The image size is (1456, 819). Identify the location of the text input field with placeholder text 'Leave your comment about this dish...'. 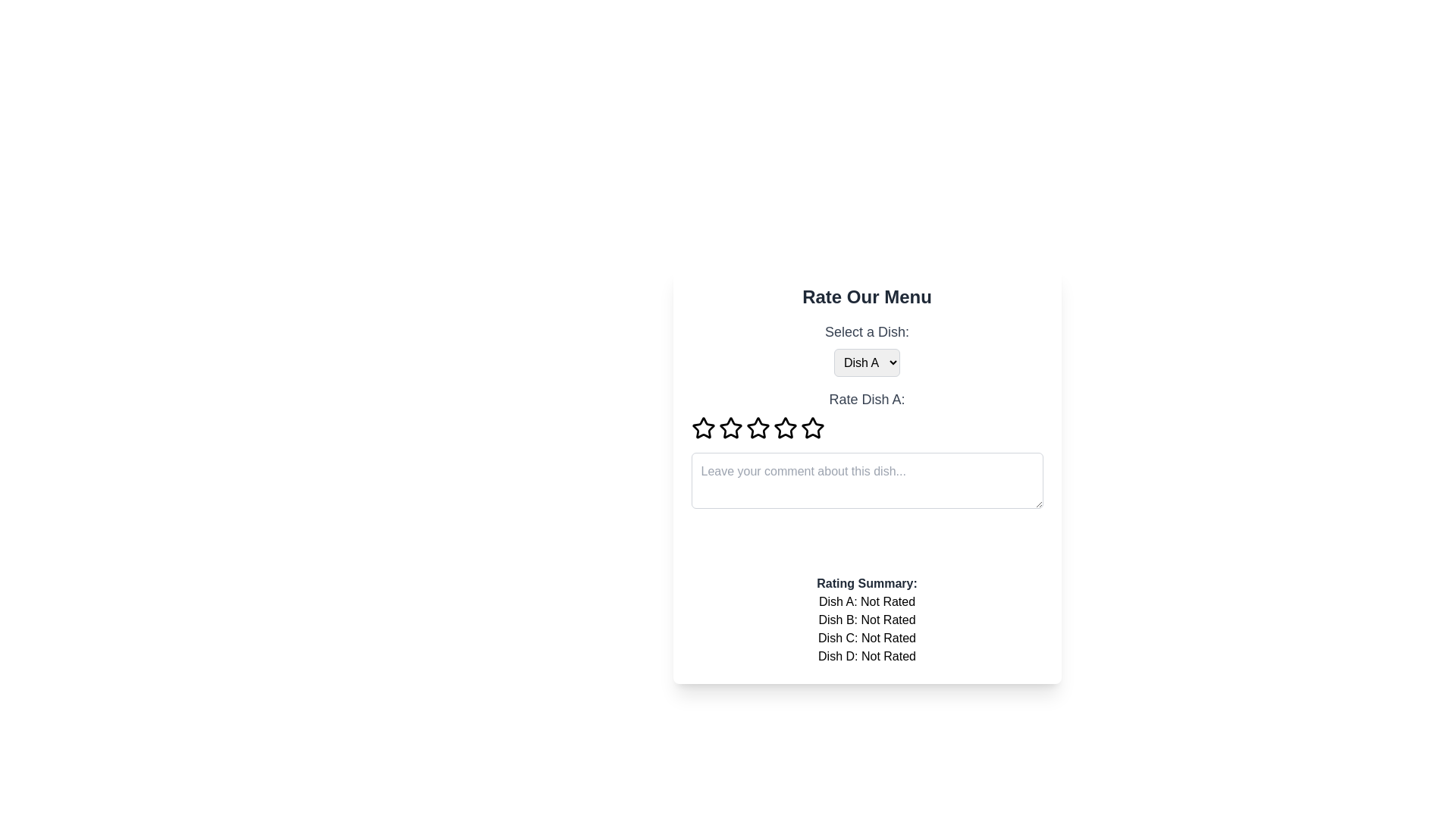
(867, 480).